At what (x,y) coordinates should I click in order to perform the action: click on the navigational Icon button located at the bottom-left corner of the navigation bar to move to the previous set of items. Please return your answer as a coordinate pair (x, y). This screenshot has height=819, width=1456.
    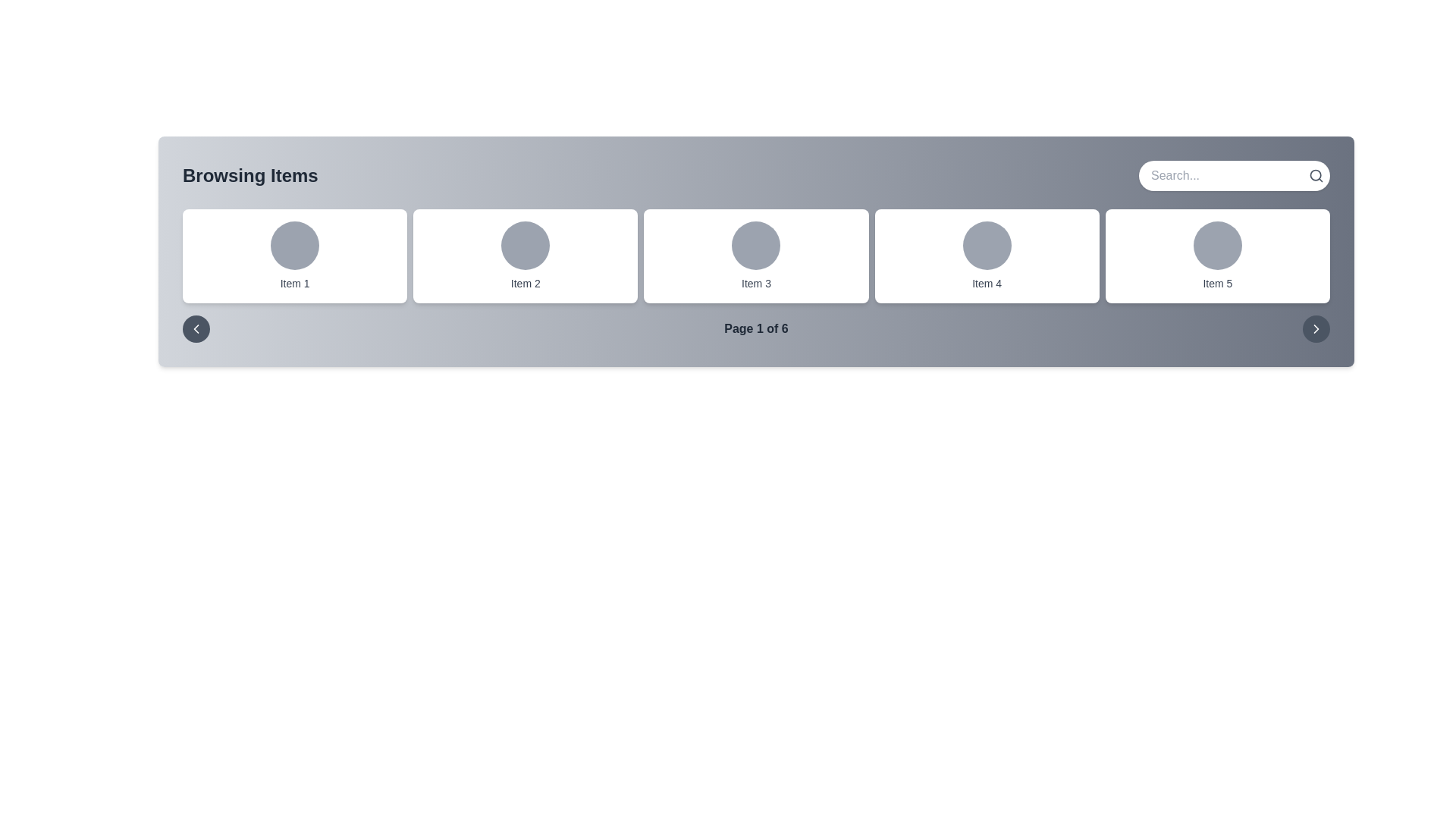
    Looking at the image, I should click on (196, 328).